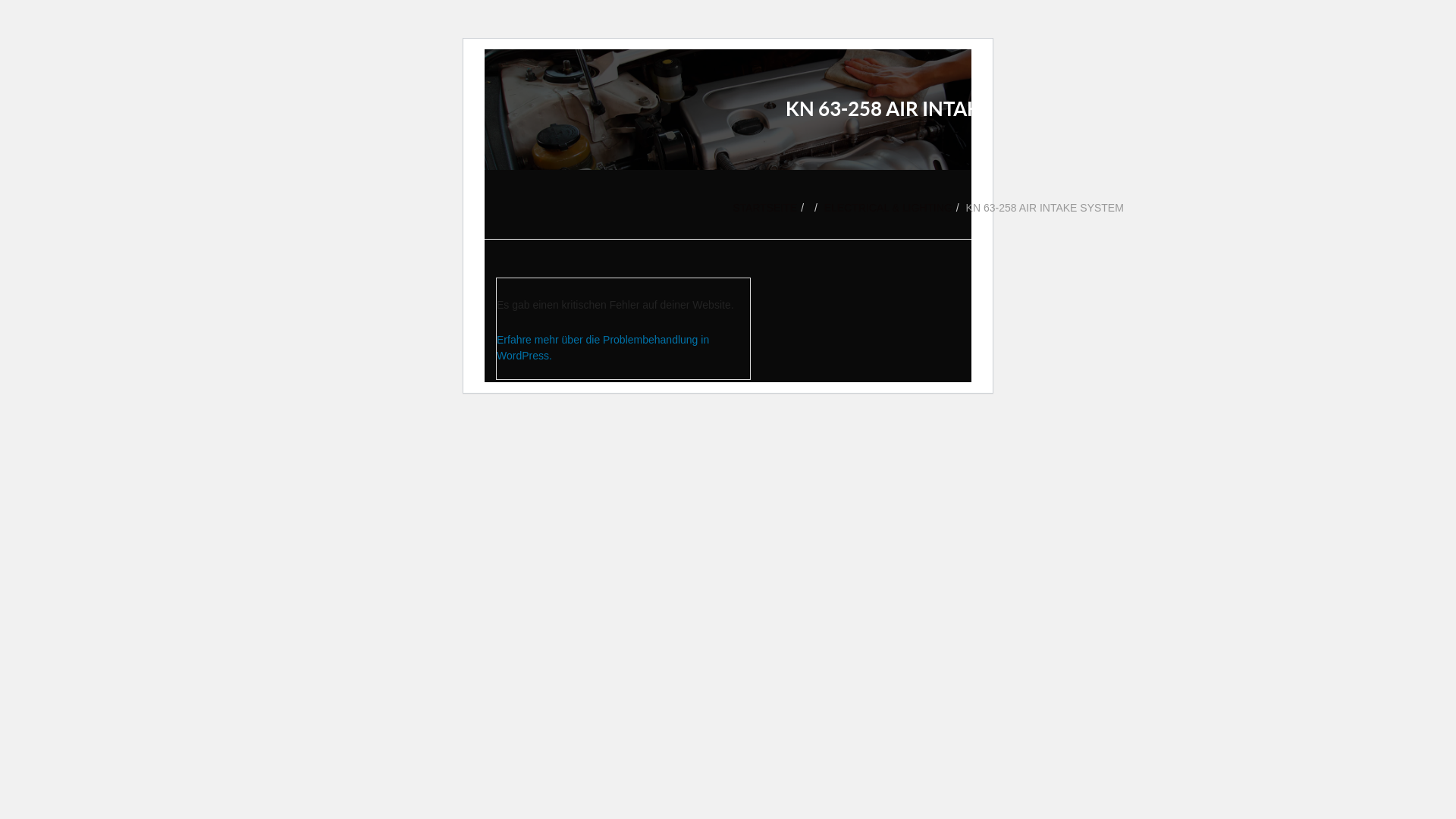 The width and height of the screenshot is (1456, 819). What do you see at coordinates (888, 207) in the screenshot?
I see `'ELECTRICAL & LIGHTING'` at bounding box center [888, 207].